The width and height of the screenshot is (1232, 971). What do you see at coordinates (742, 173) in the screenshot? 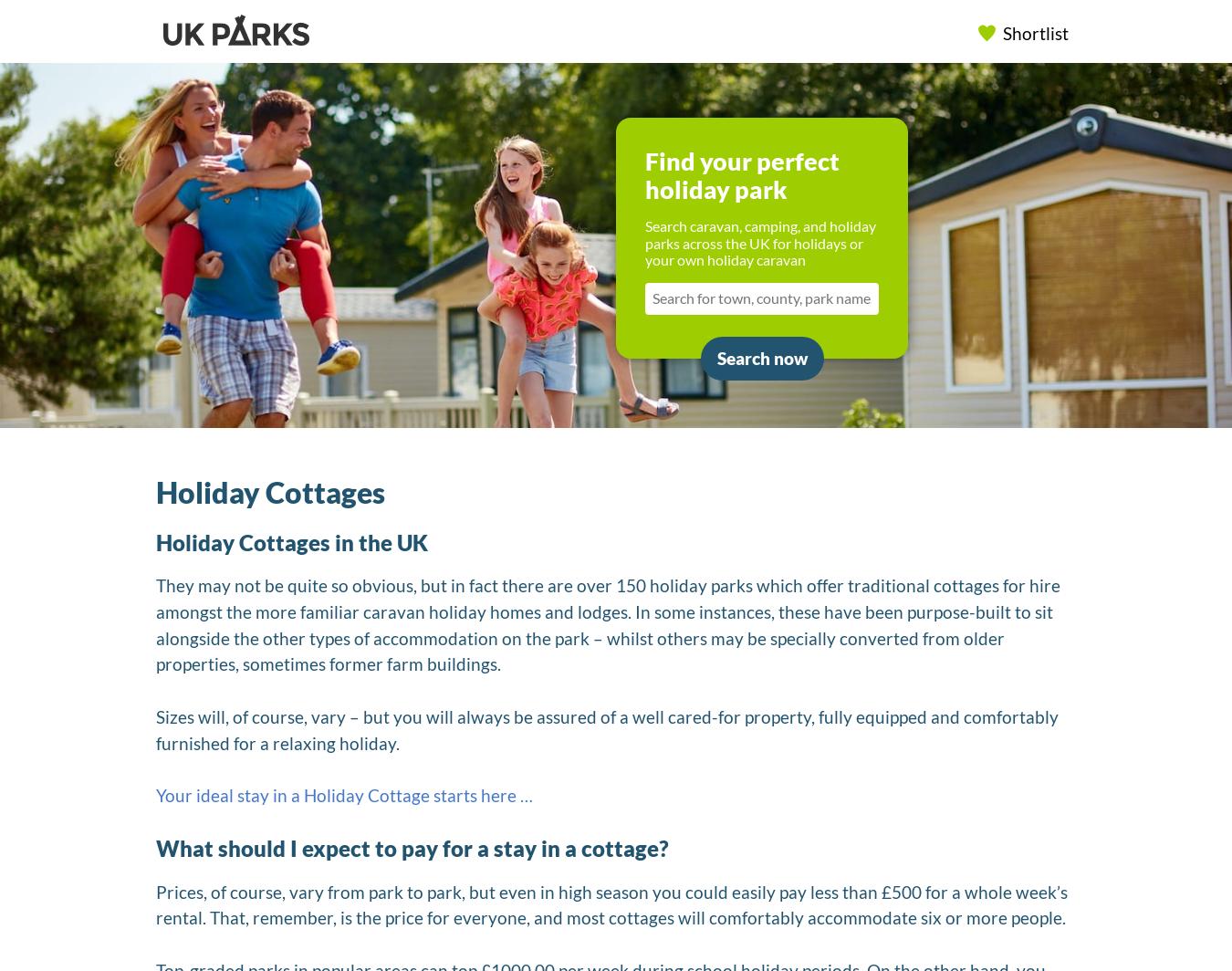
I see `'Find your perfect holiday park'` at bounding box center [742, 173].